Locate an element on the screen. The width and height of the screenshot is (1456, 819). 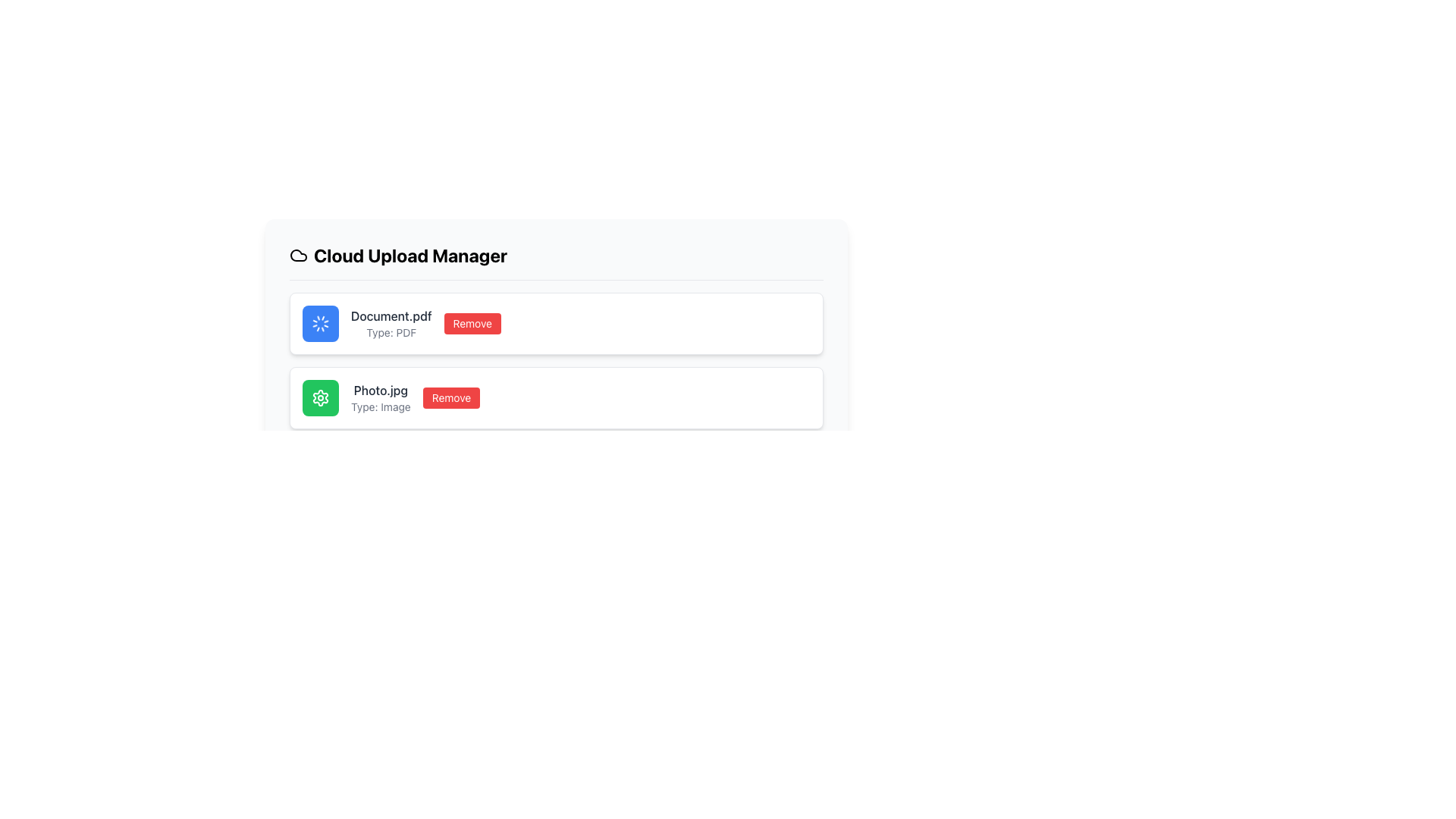
the red 'Remove' button with rounded edges located to the right of 'Photo.jpg' in the second file item entry of the 'Cloud Upload Manager' is located at coordinates (450, 397).